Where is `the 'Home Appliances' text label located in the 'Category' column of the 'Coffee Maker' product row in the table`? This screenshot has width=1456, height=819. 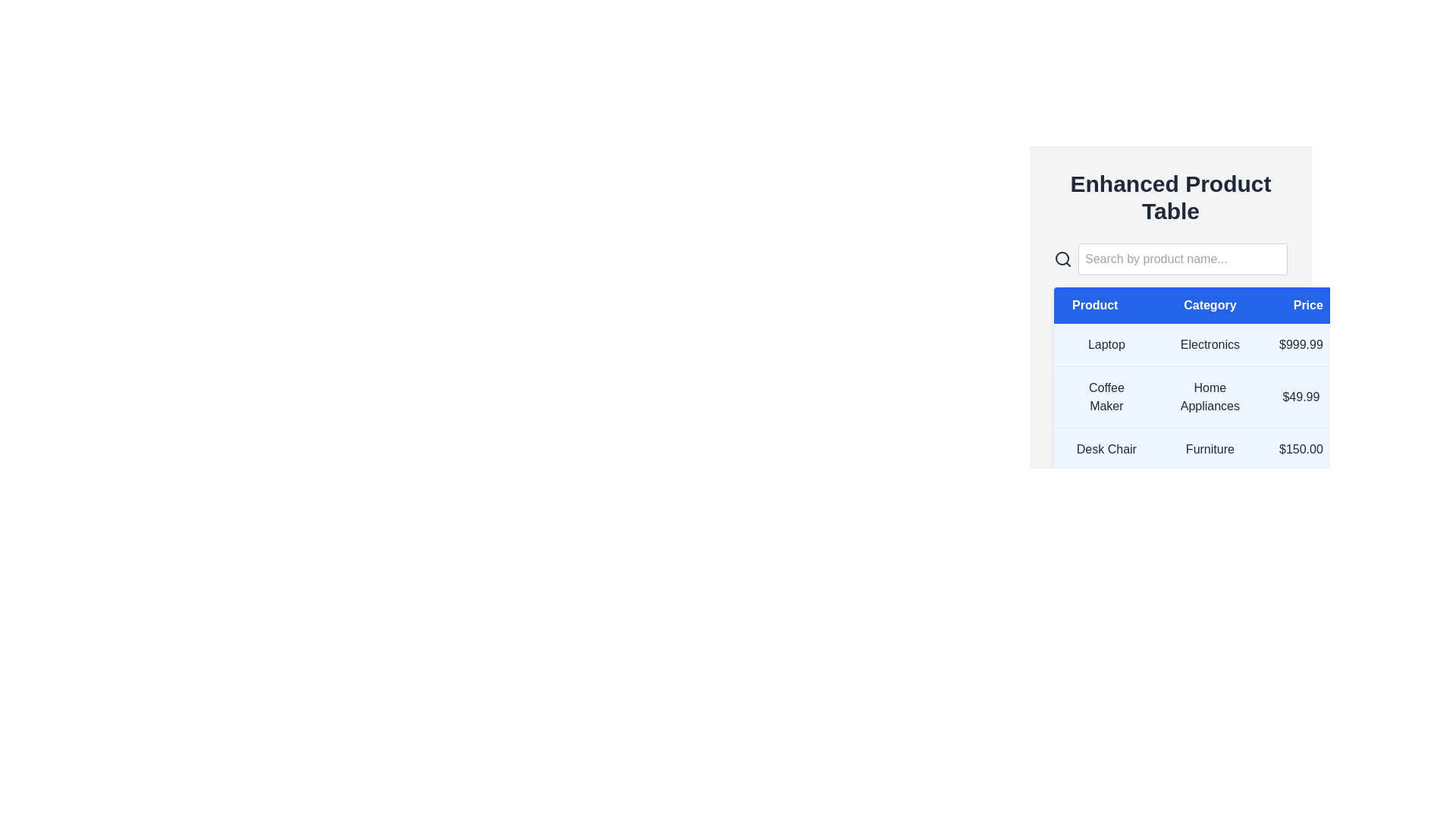
the 'Home Appliances' text label located in the 'Category' column of the 'Coffee Maker' product row in the table is located at coordinates (1209, 397).